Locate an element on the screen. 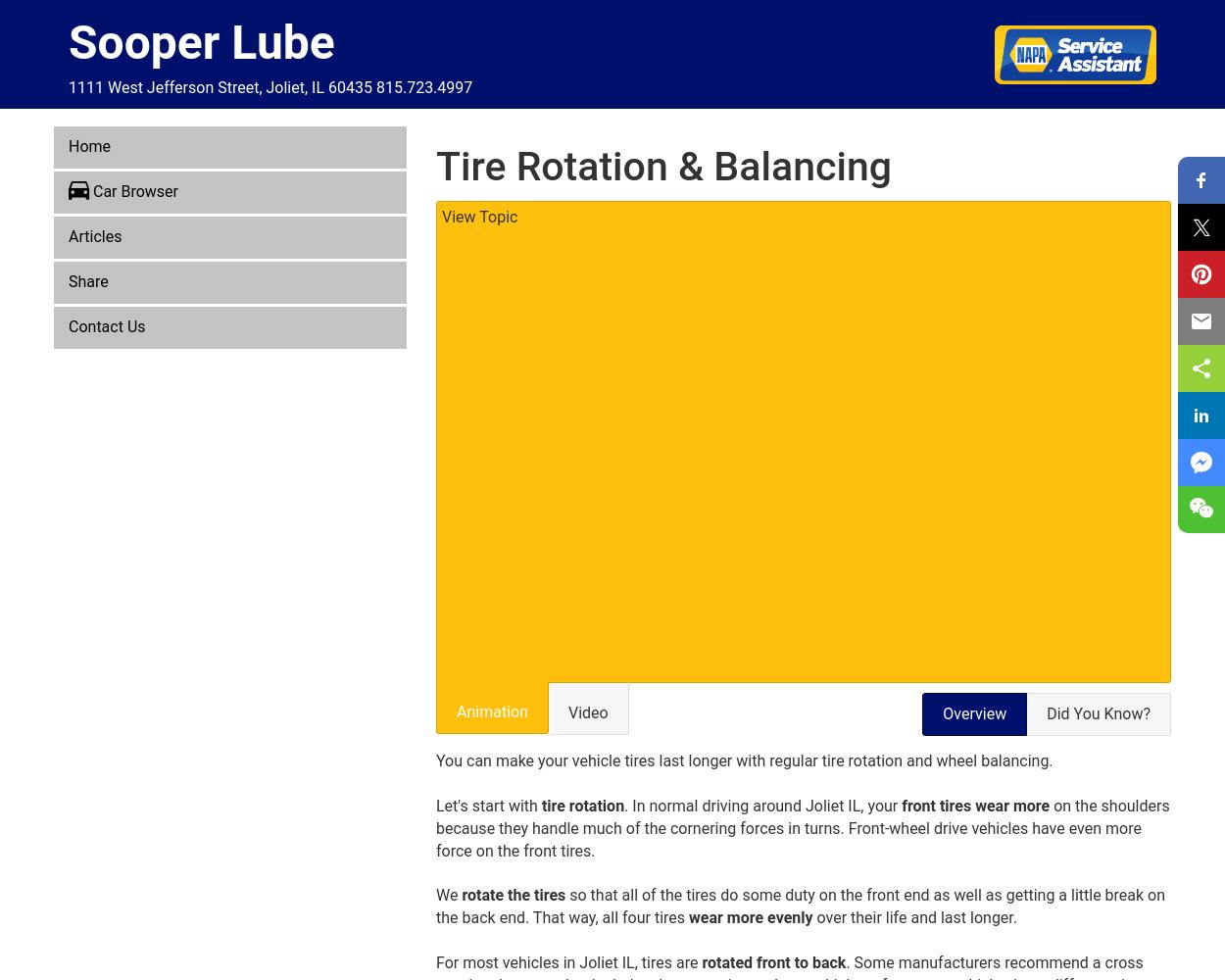  'Articles' is located at coordinates (94, 235).